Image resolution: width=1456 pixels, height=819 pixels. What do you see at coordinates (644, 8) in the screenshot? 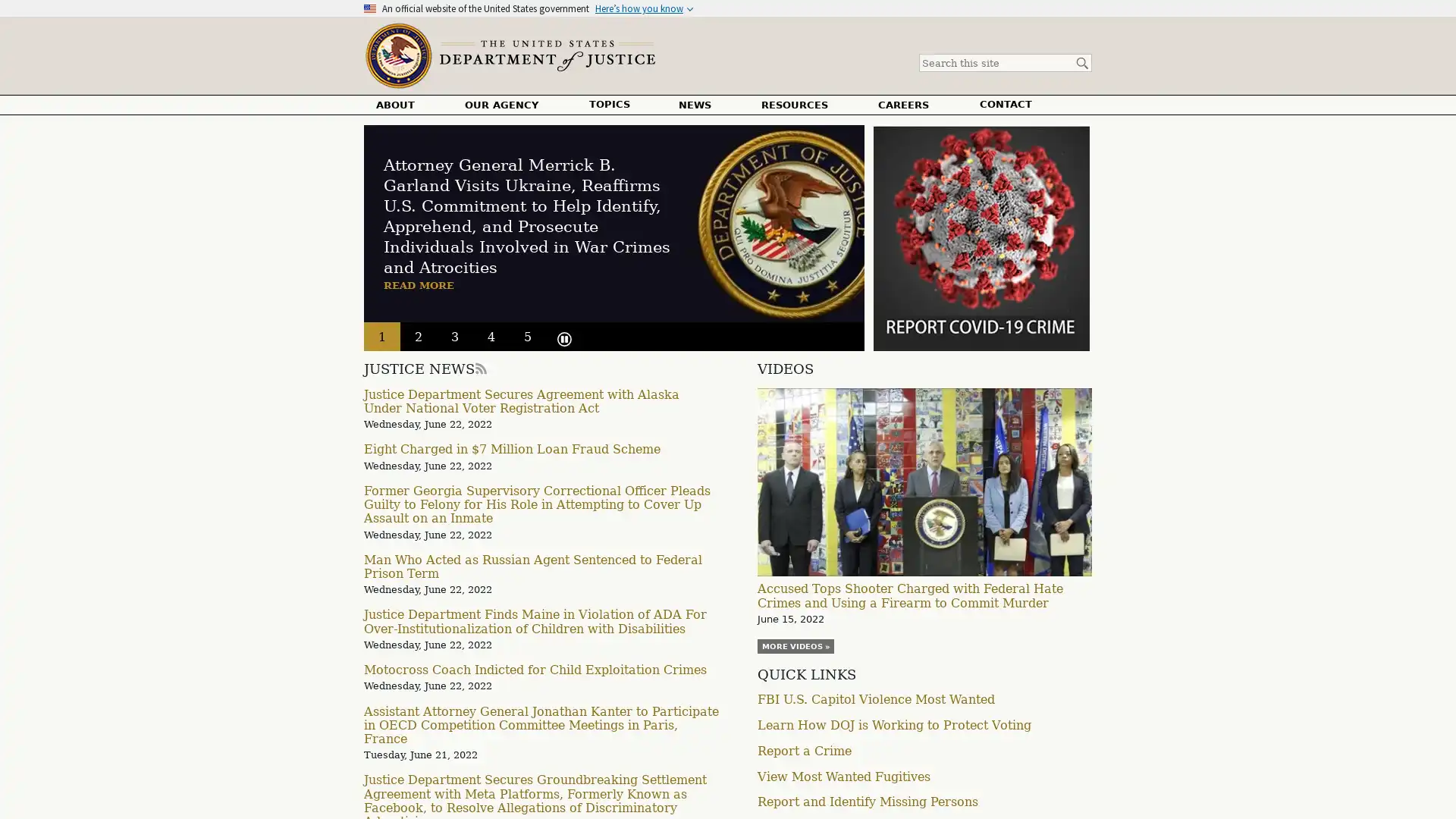
I see `Heres how you know` at bounding box center [644, 8].